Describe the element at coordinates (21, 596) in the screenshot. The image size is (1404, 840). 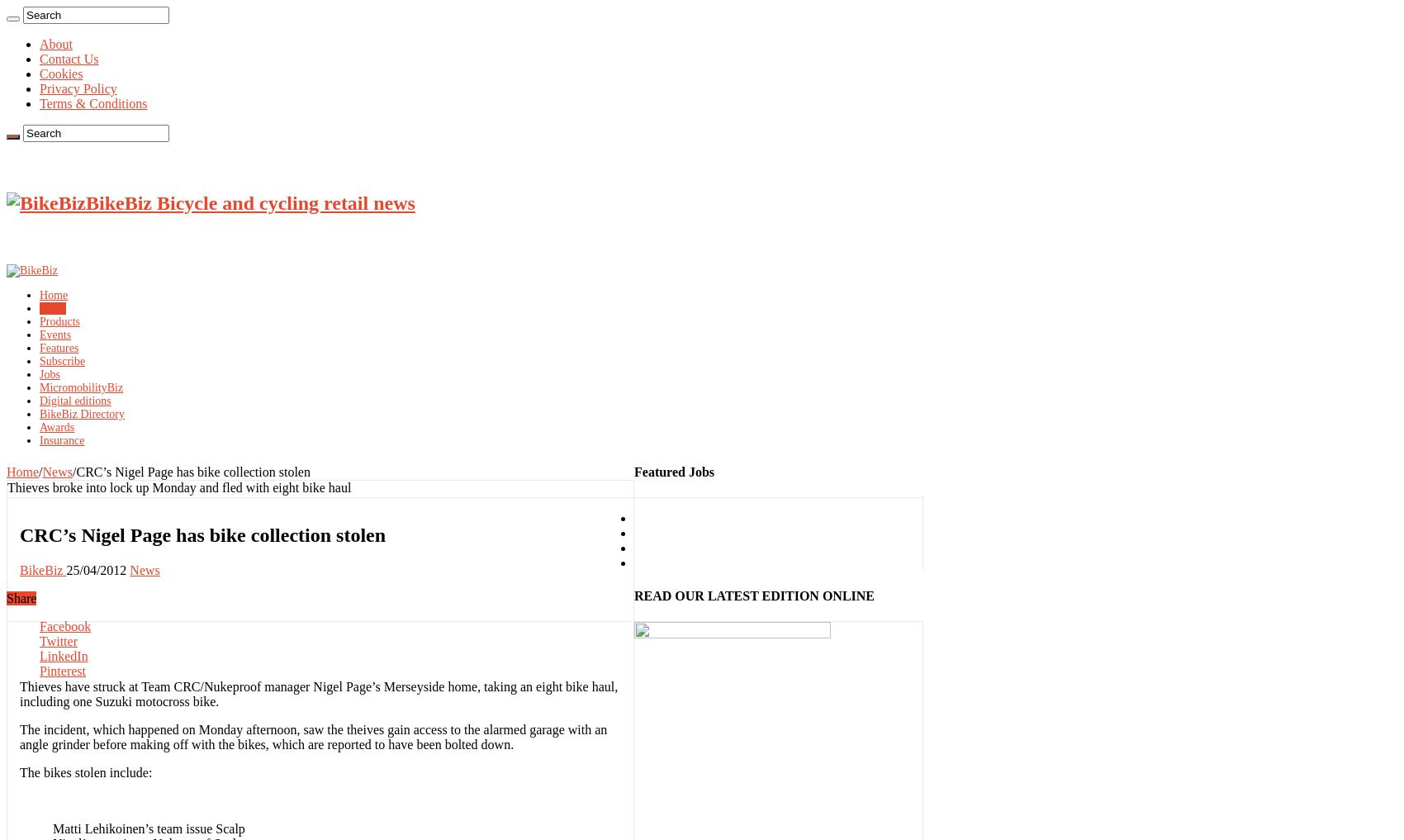
I see `'Share'` at that location.